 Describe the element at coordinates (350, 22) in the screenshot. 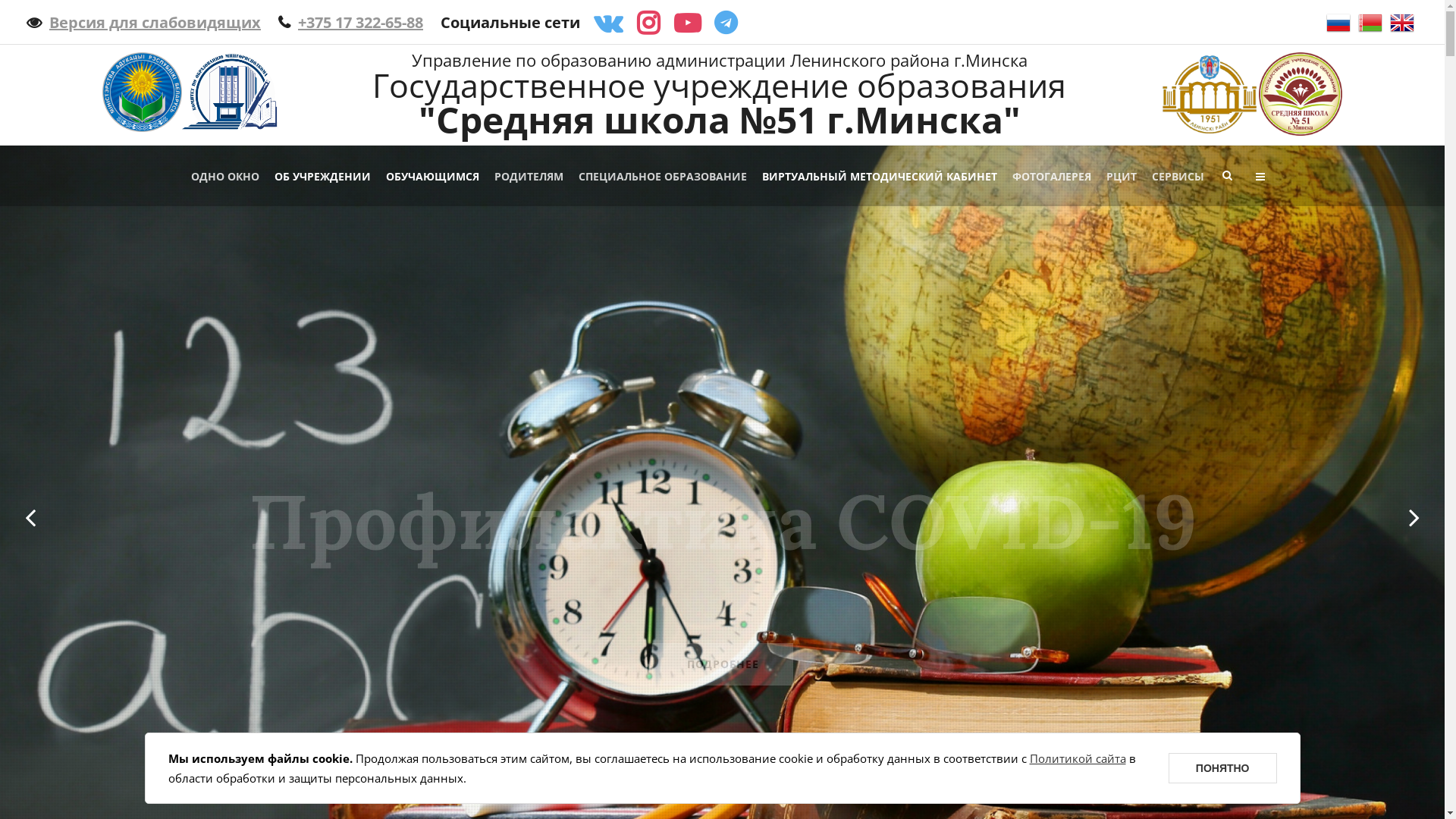

I see `'+375 17 322-65-88'` at that location.